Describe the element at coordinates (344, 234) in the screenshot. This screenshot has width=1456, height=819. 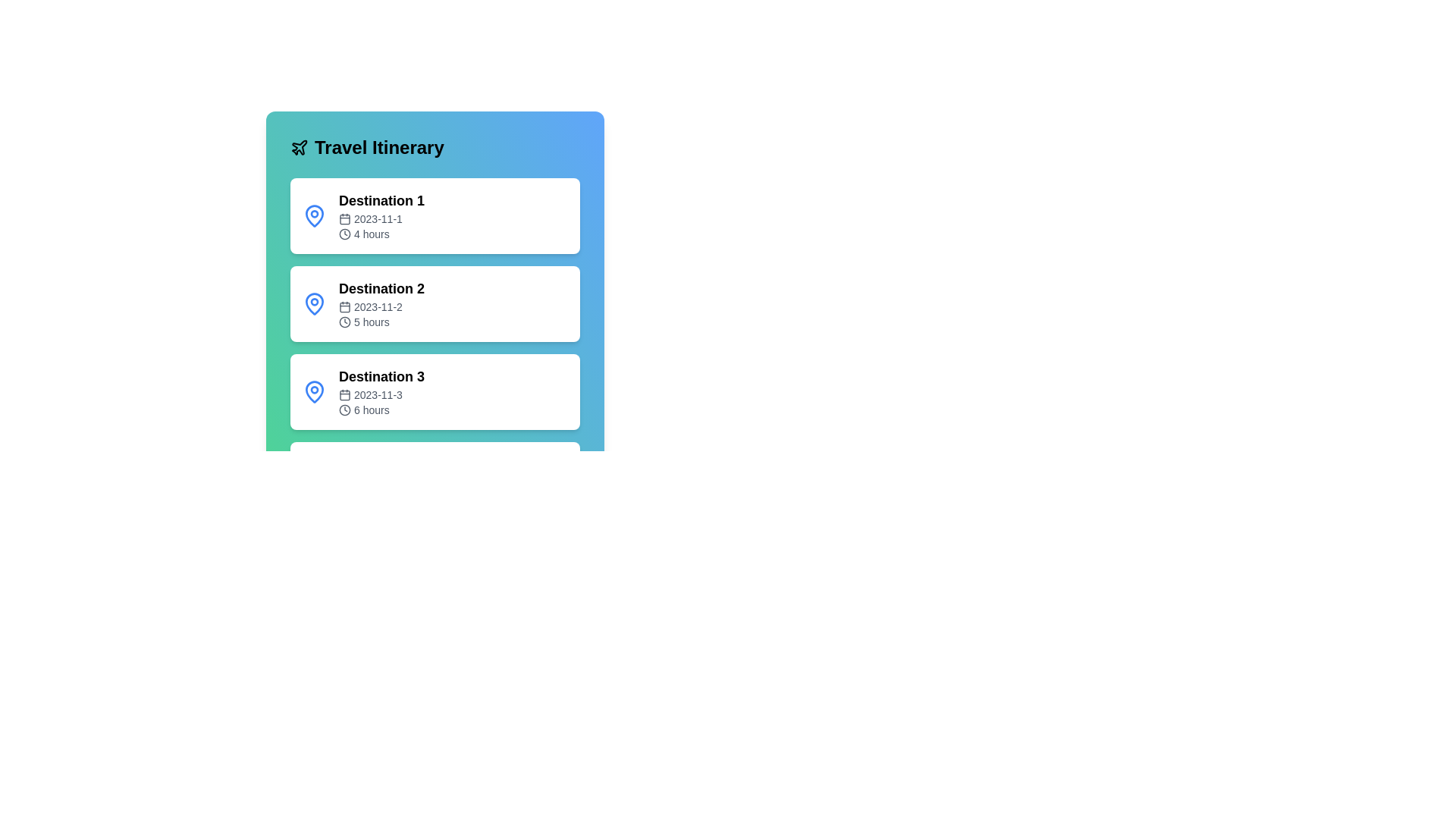
I see `the clock icon located to the left of the '4 hours' text in the first destination entry of the itinerary list` at that location.